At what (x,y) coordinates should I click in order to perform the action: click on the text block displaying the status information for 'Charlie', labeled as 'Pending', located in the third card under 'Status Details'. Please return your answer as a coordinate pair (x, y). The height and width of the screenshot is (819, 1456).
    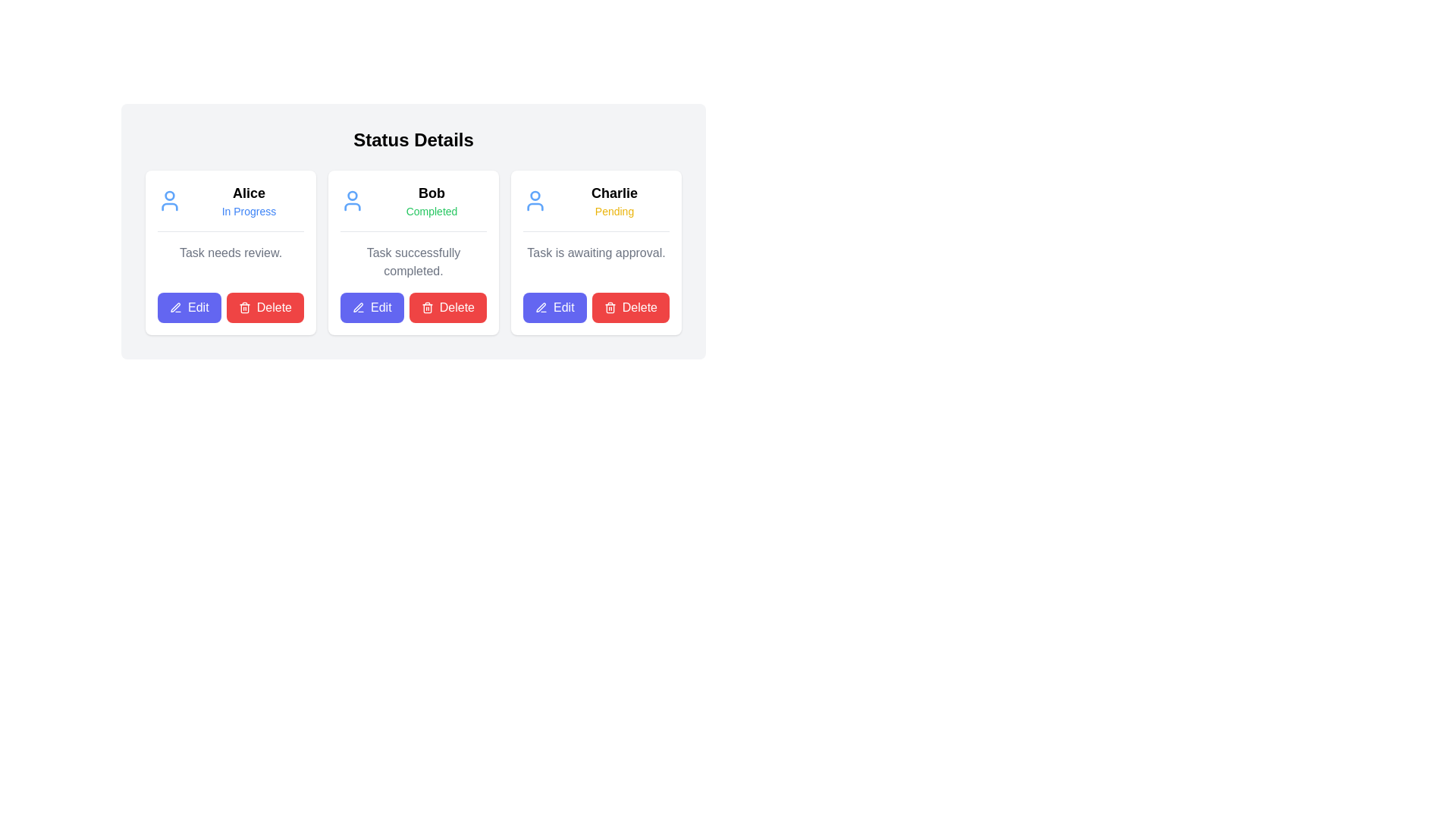
    Looking at the image, I should click on (614, 200).